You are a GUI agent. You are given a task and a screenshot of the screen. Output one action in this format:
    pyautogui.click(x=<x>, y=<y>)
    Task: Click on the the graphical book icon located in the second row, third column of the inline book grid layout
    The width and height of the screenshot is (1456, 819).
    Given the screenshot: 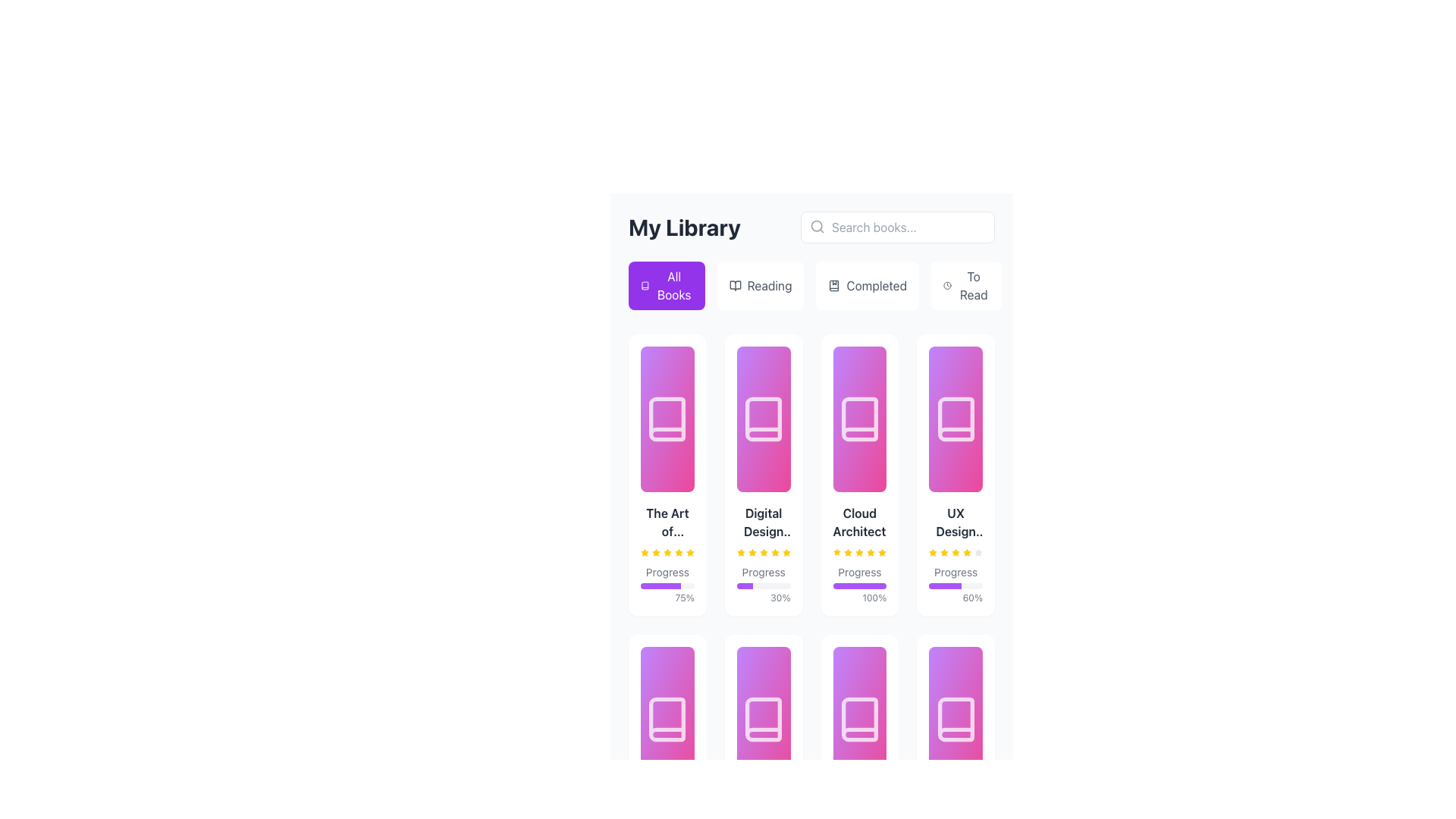 What is the action you would take?
    pyautogui.click(x=859, y=718)
    